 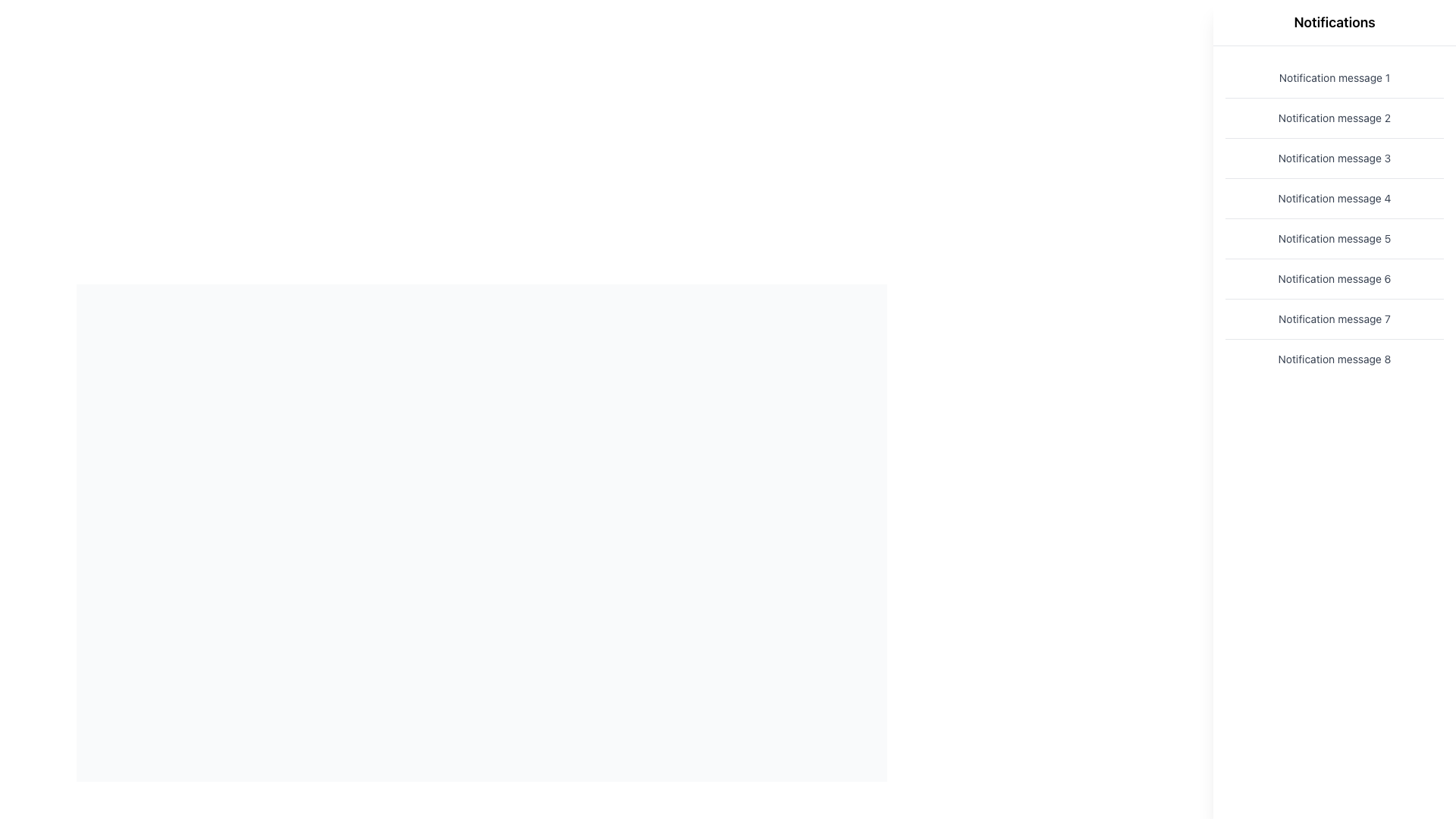 I want to click on the third static notification message displayed on the right-hand side of the interface, so click(x=1335, y=158).